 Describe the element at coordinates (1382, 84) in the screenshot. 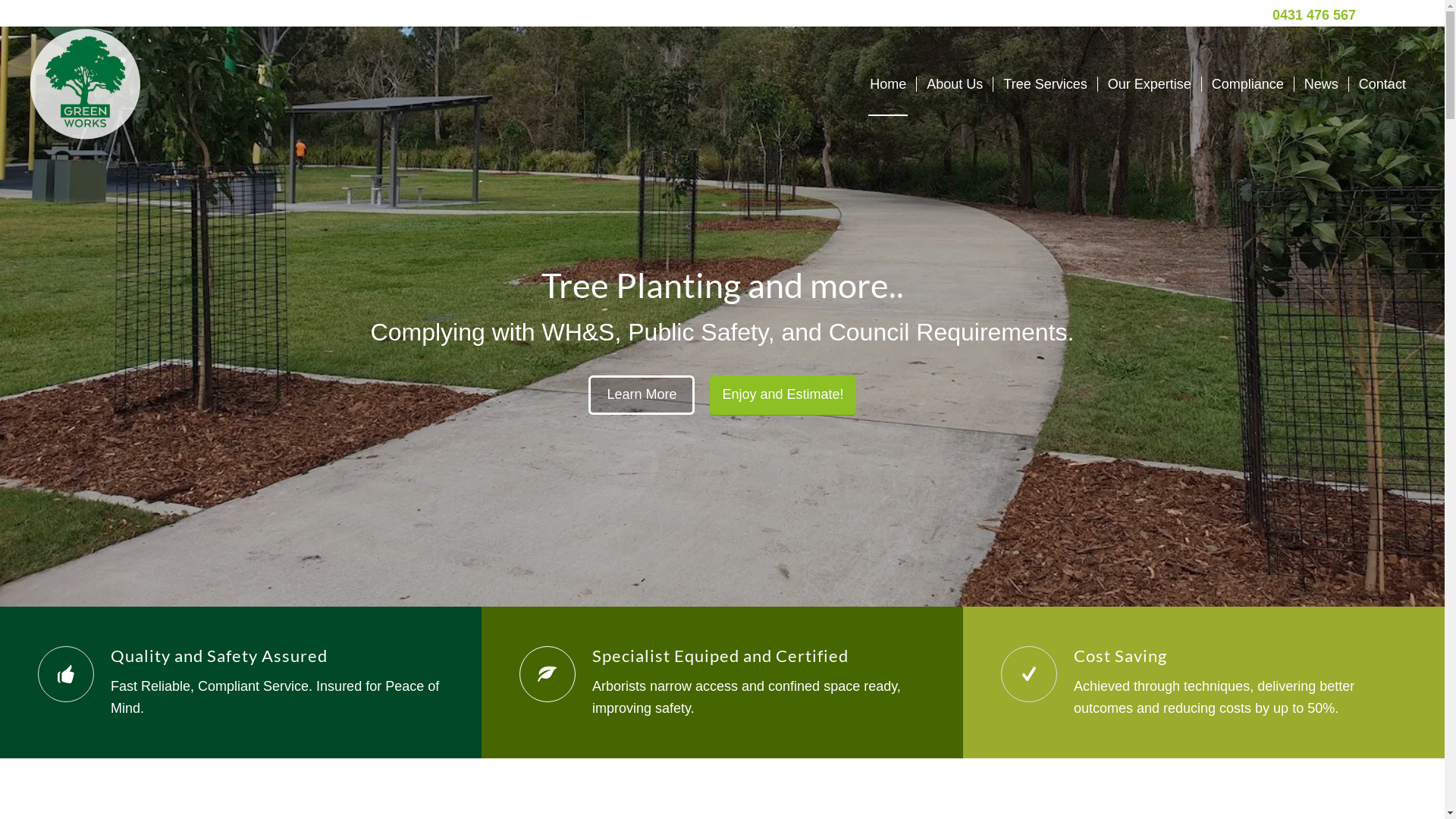

I see `'Contact'` at that location.